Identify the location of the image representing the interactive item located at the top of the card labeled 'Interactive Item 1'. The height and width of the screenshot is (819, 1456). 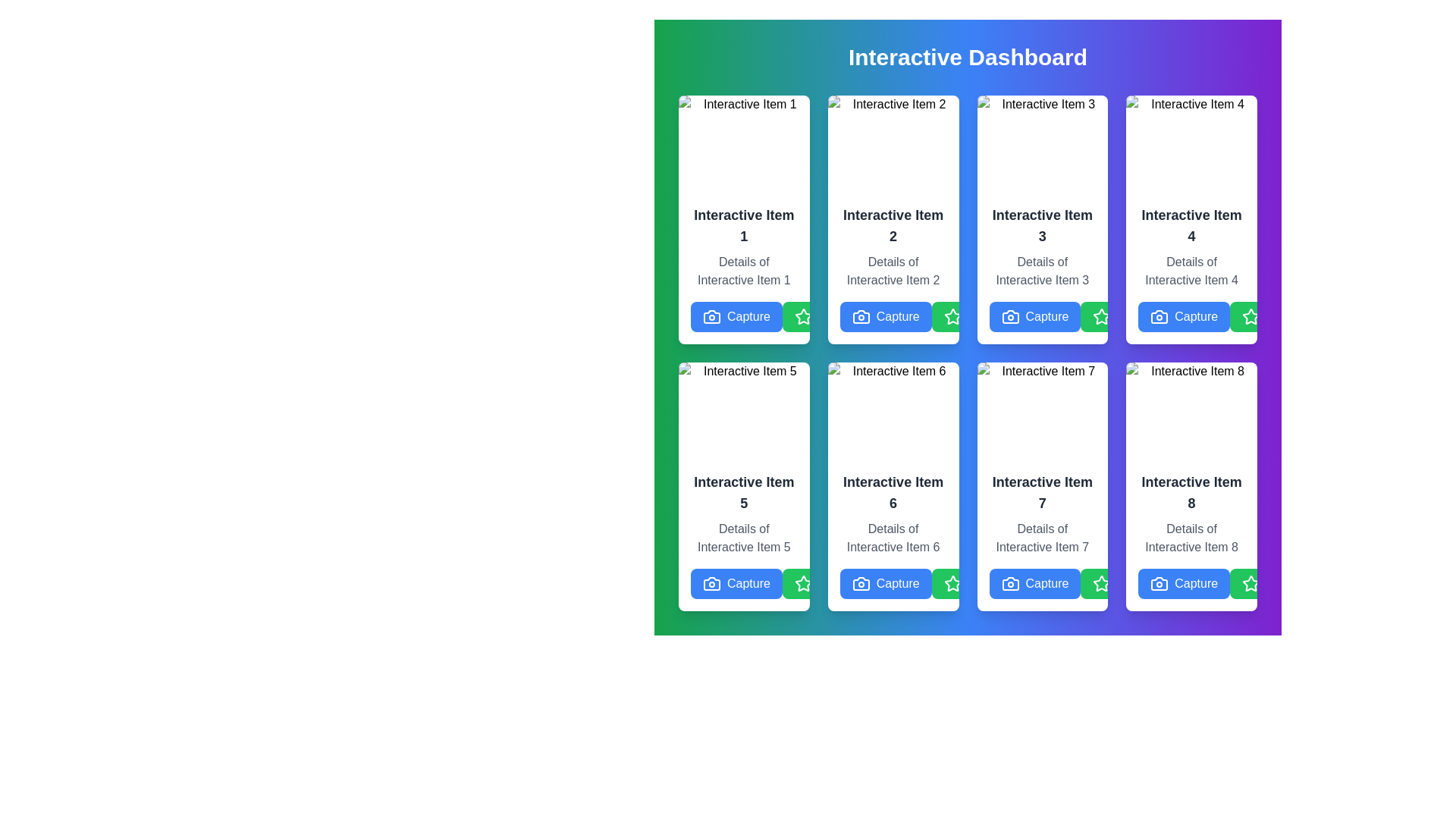
(744, 143).